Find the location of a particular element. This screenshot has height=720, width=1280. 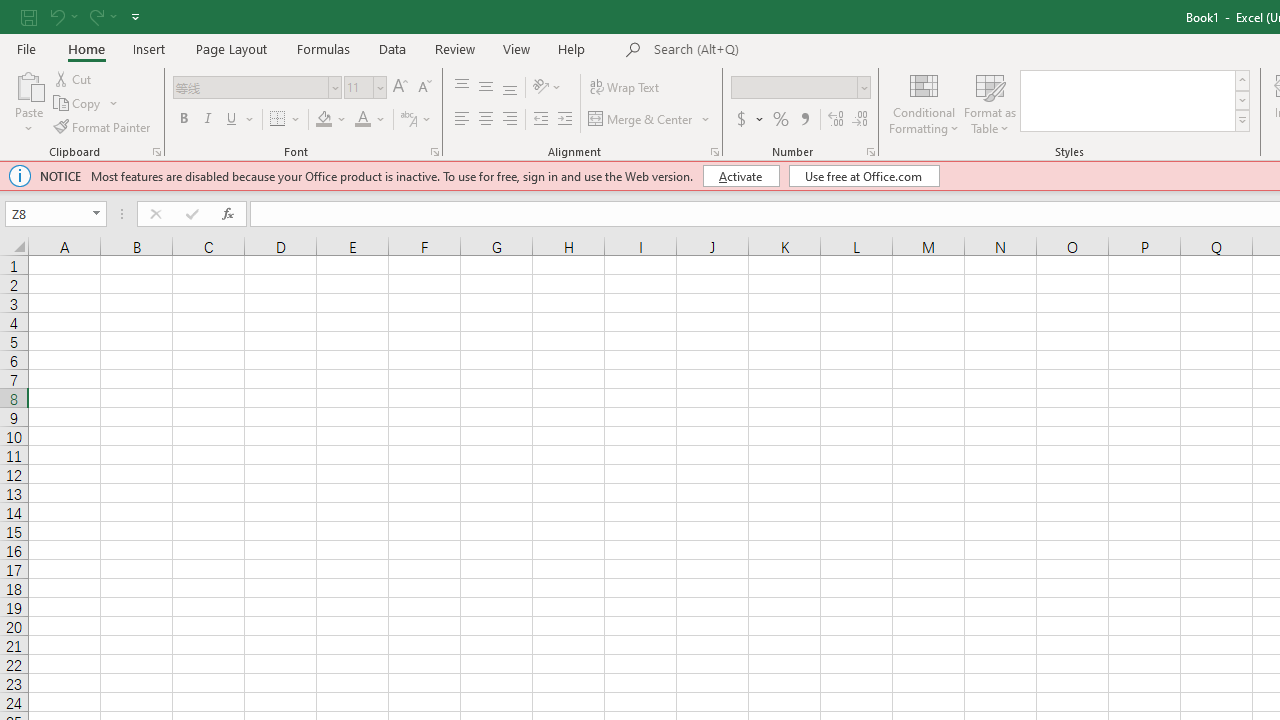

'Font Color' is located at coordinates (370, 119).